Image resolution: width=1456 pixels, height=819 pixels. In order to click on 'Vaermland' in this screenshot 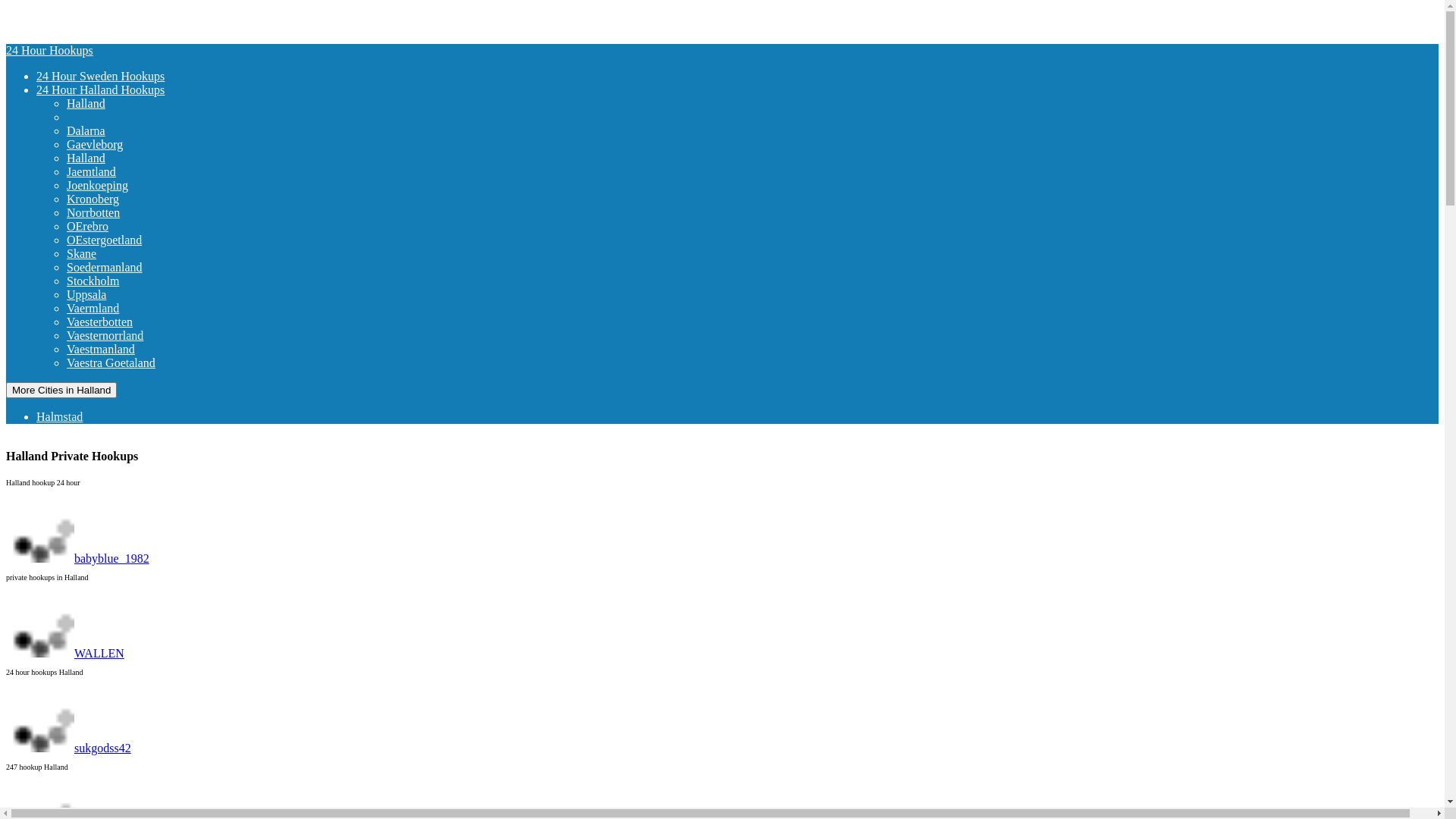, I will do `click(118, 307)`.